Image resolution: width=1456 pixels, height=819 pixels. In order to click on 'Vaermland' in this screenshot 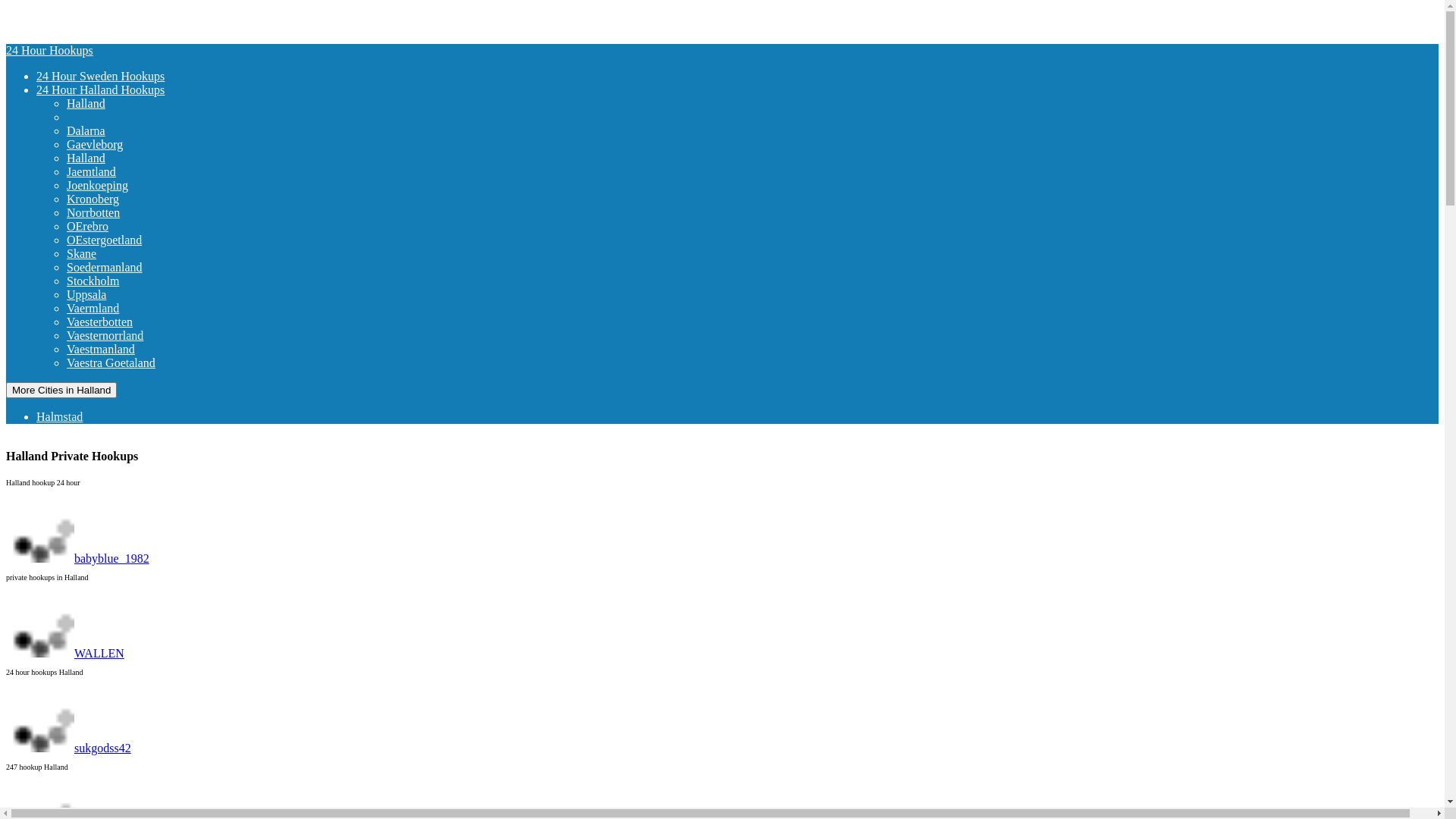, I will do `click(118, 307)`.